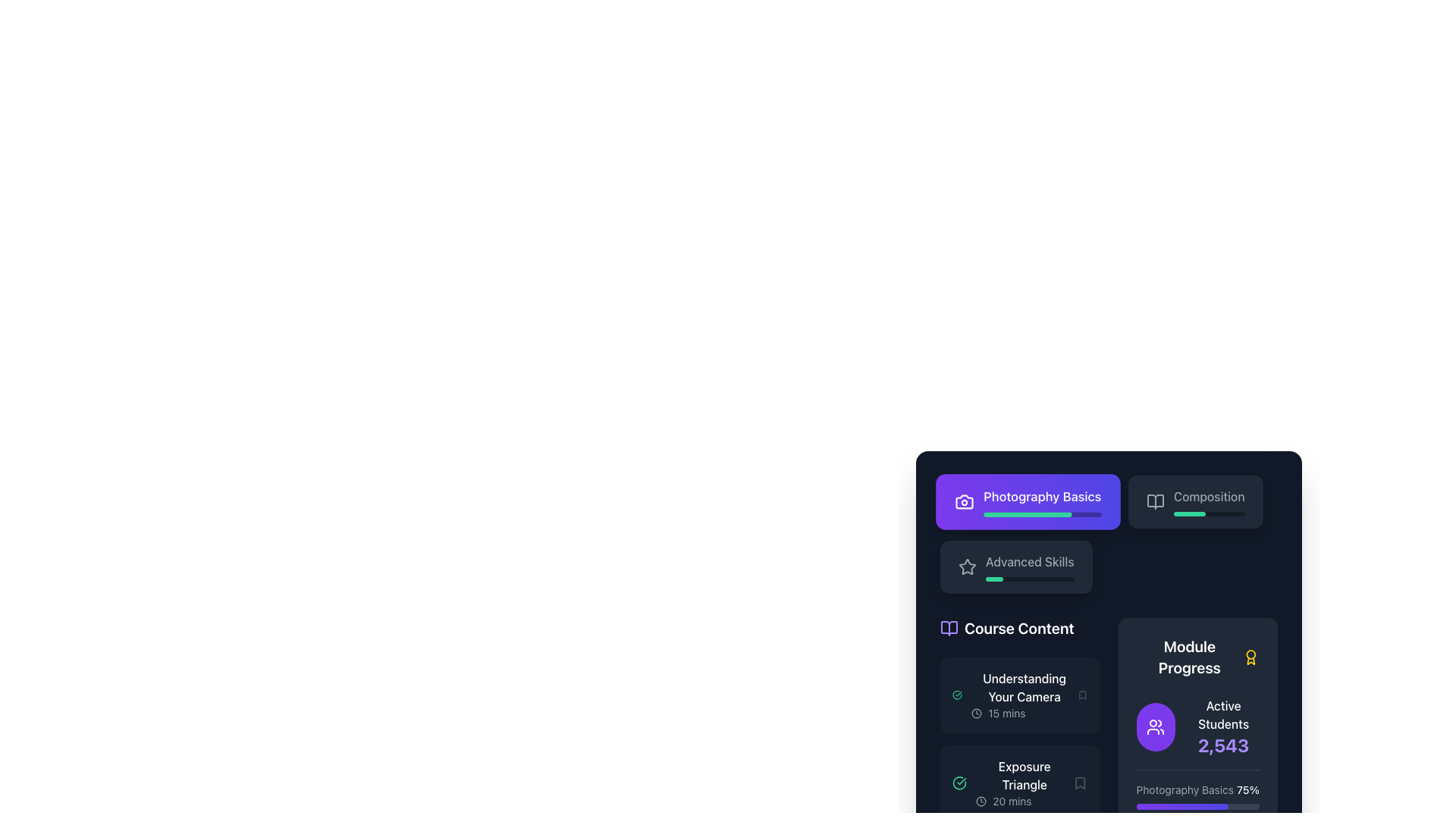 The width and height of the screenshot is (1456, 819). I want to click on the green circular icon with a checkmark, located to the left of the 'Understanding Your Camera' title in the 'Course Content' section, so click(956, 695).